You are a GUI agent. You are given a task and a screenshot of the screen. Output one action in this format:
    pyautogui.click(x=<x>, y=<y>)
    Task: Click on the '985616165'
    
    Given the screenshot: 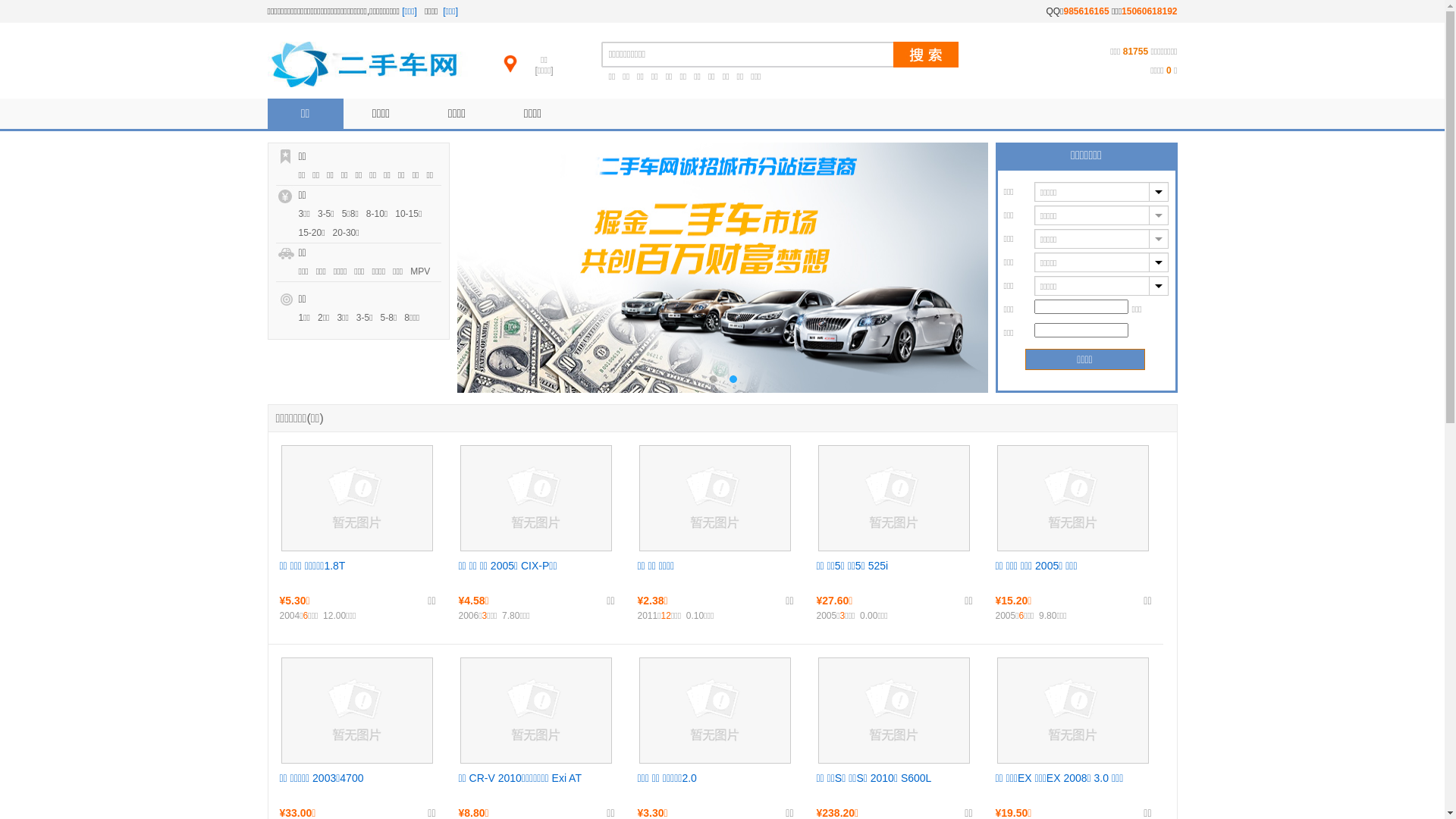 What is the action you would take?
    pyautogui.click(x=1086, y=11)
    